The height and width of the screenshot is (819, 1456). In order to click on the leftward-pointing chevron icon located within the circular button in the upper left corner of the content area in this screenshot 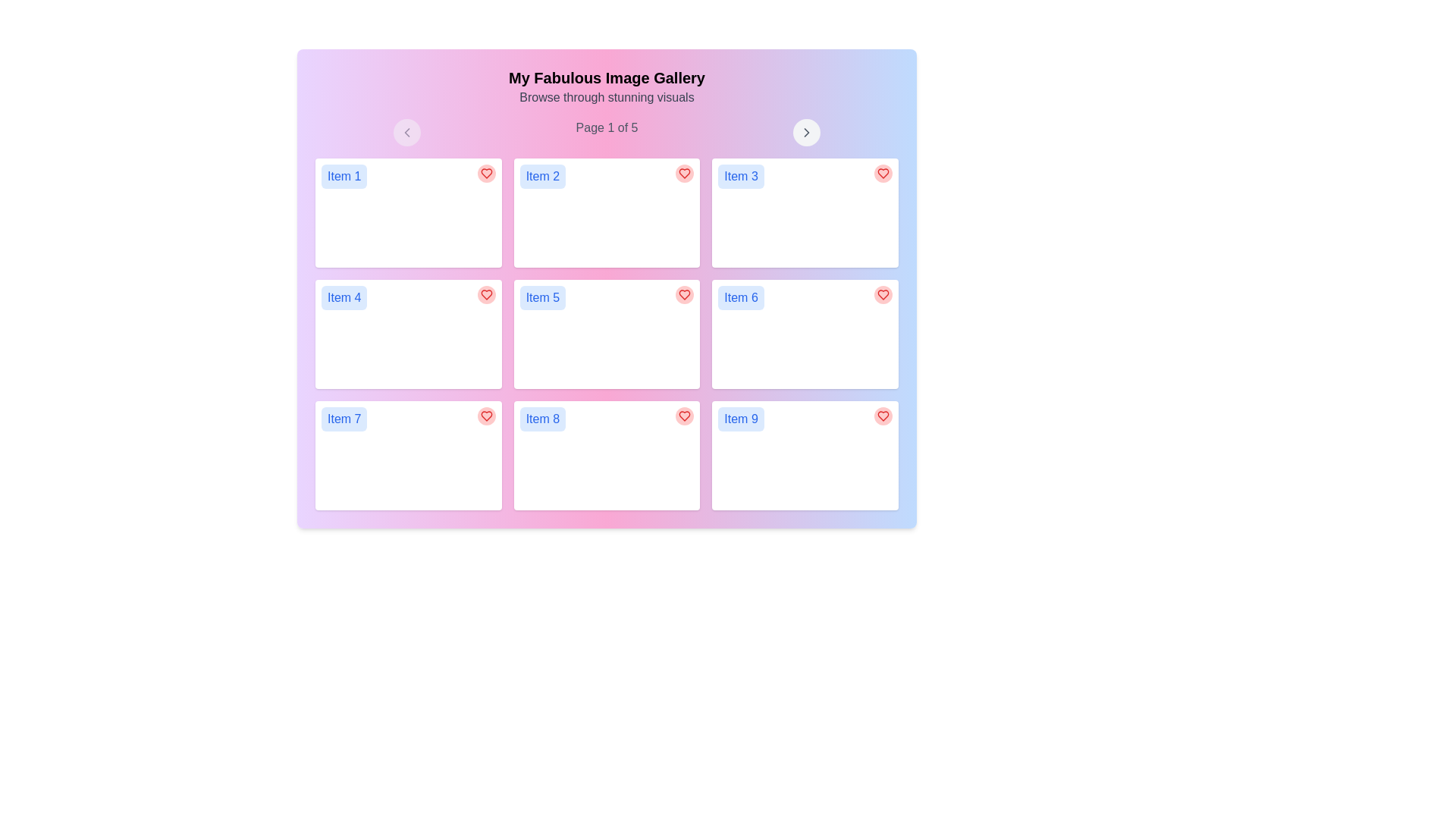, I will do `click(406, 131)`.